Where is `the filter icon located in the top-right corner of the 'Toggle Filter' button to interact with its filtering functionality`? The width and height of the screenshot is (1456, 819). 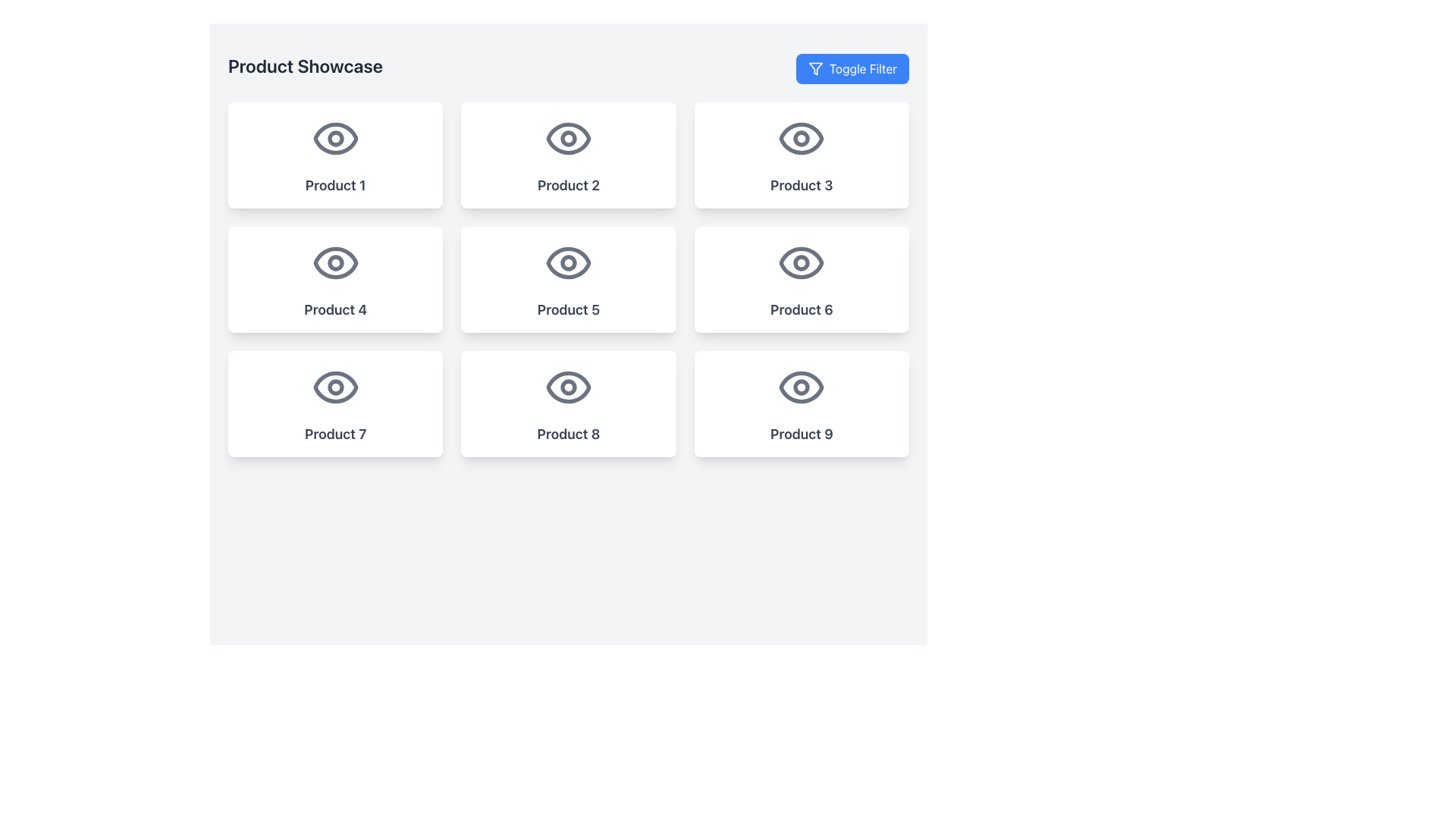 the filter icon located in the top-right corner of the 'Toggle Filter' button to interact with its filtering functionality is located at coordinates (814, 69).